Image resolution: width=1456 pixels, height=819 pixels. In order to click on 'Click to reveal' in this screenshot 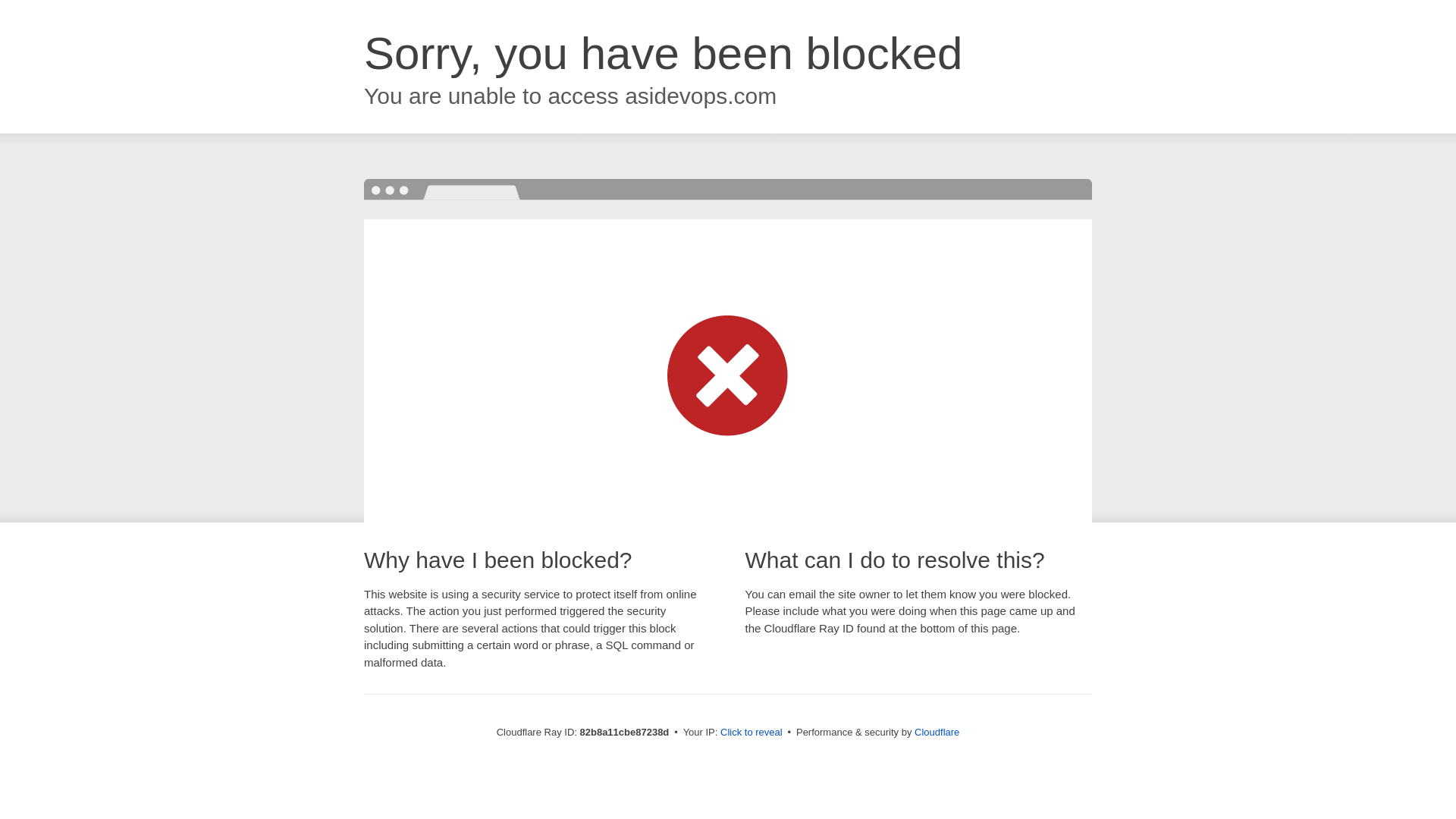, I will do `click(720, 731)`.